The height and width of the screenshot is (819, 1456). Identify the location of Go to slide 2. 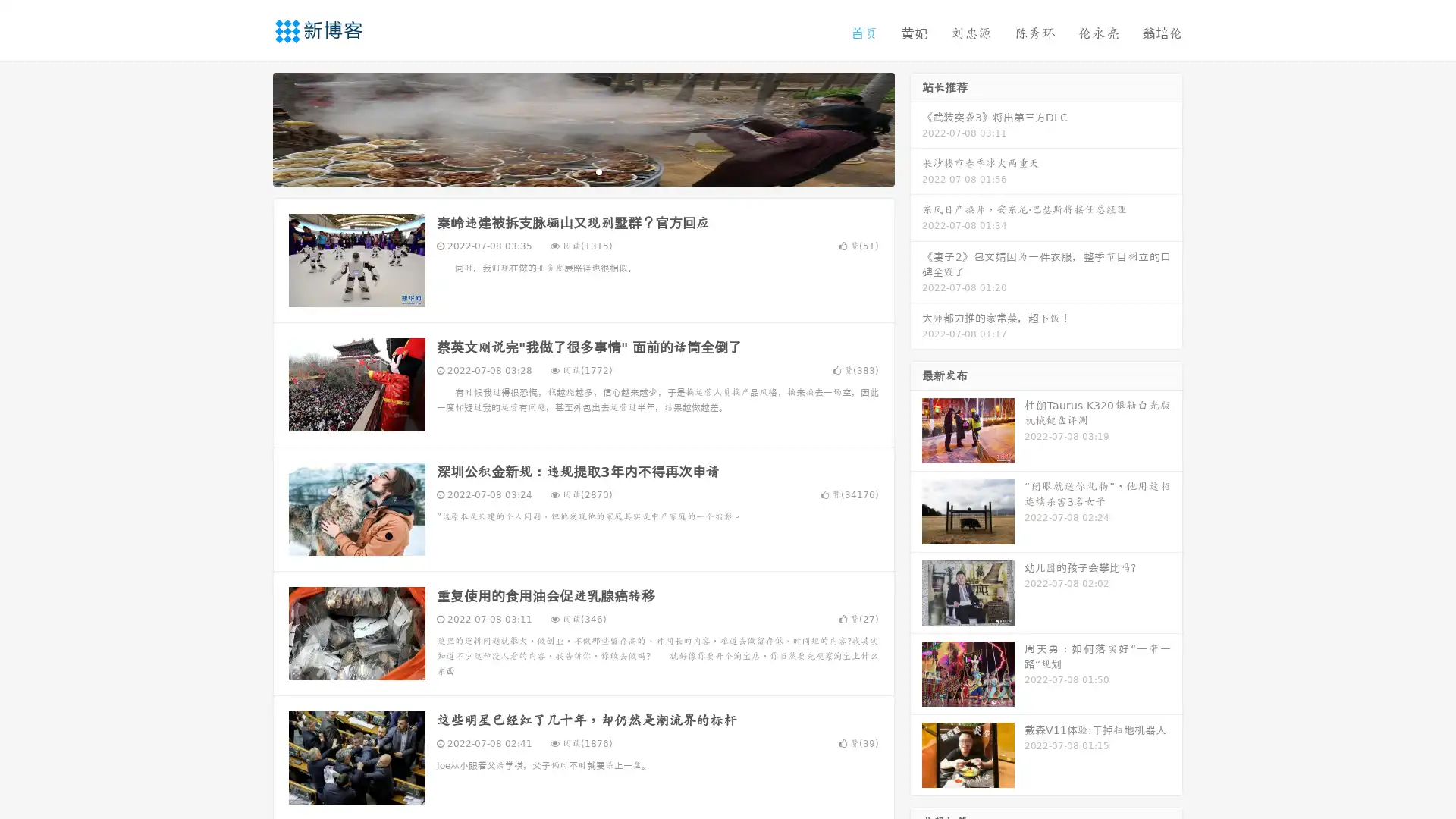
(582, 171).